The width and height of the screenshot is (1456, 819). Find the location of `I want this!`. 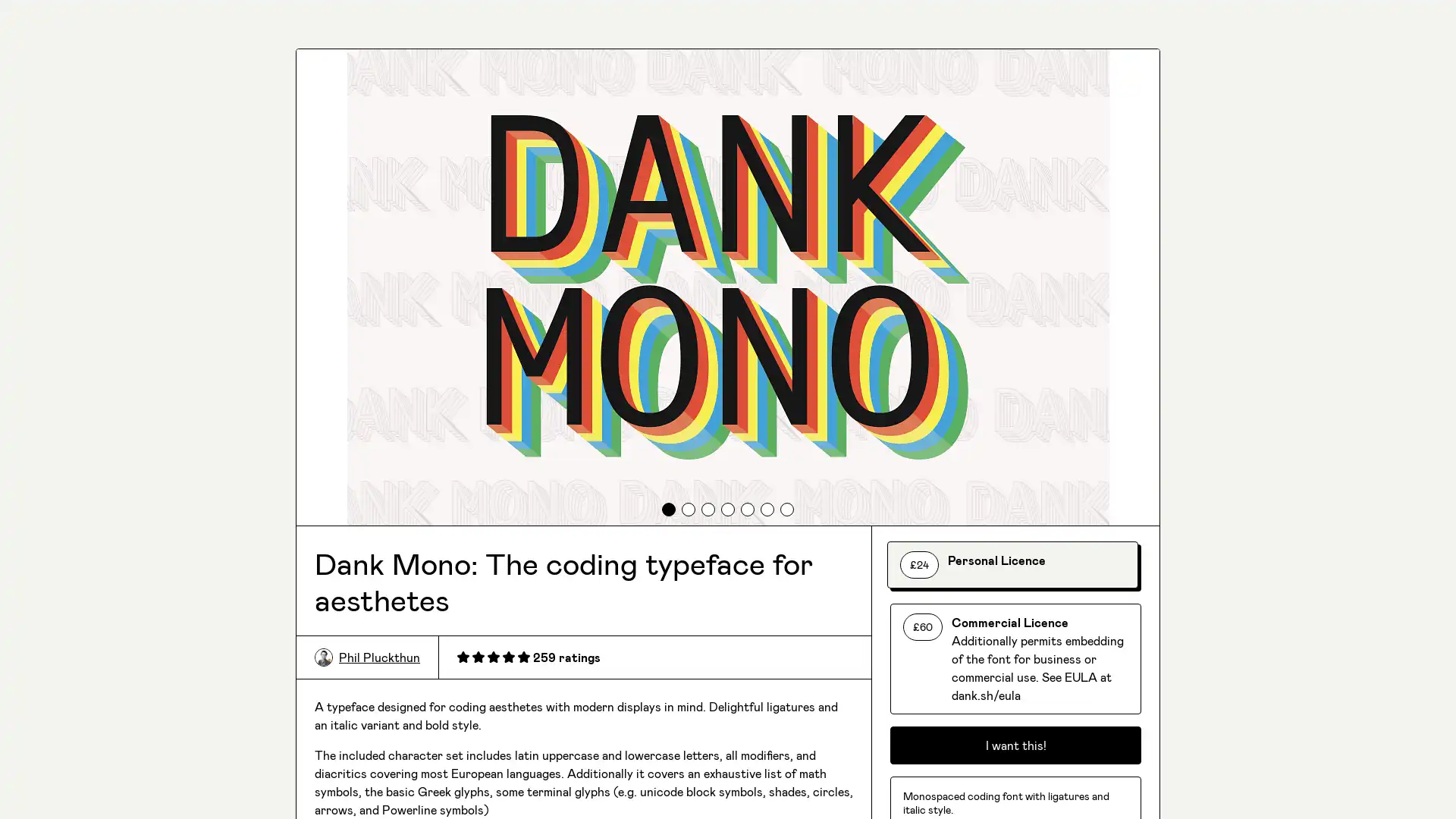

I want this! is located at coordinates (1015, 745).